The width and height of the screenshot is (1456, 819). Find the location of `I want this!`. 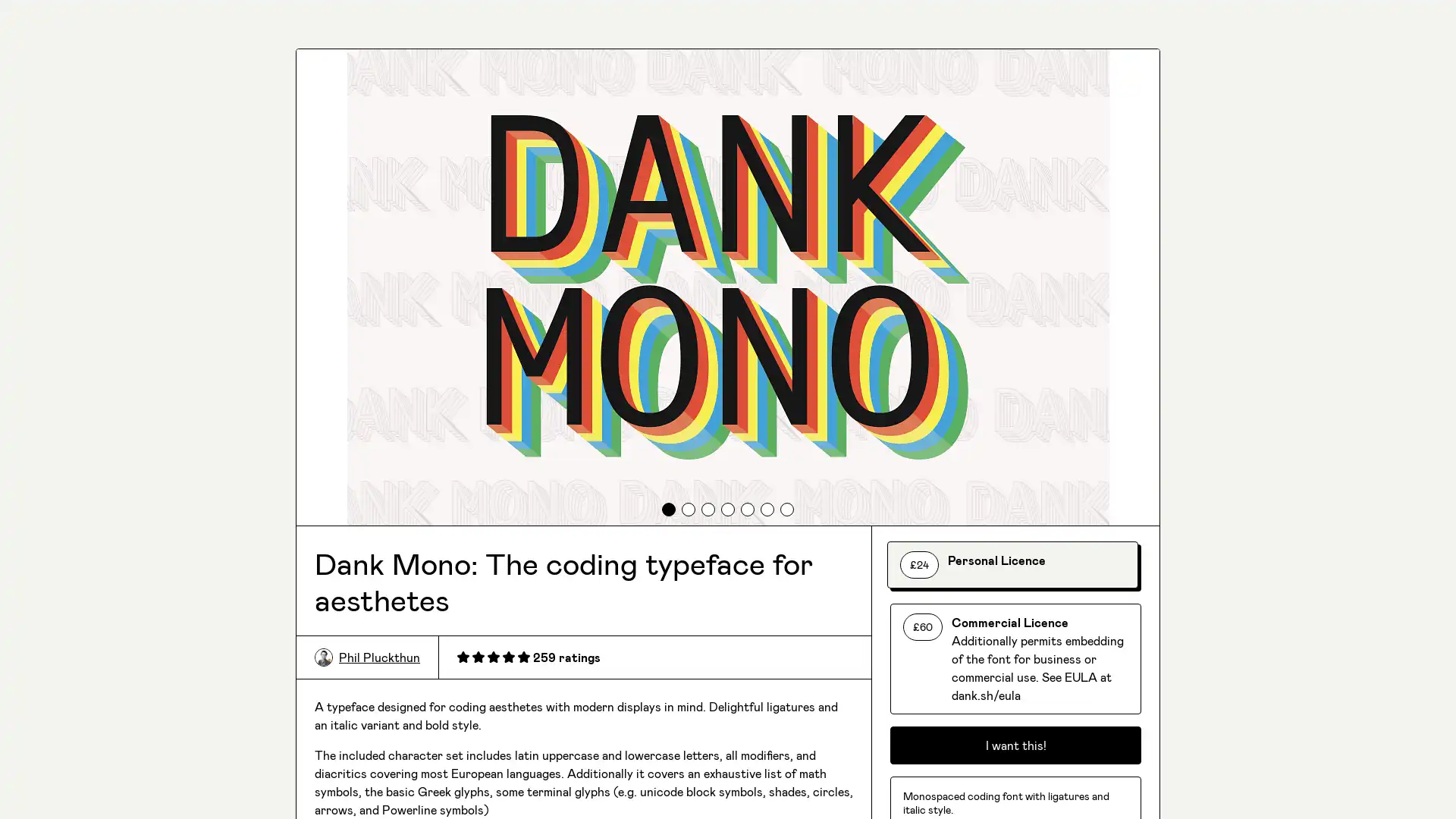

I want this! is located at coordinates (1015, 745).